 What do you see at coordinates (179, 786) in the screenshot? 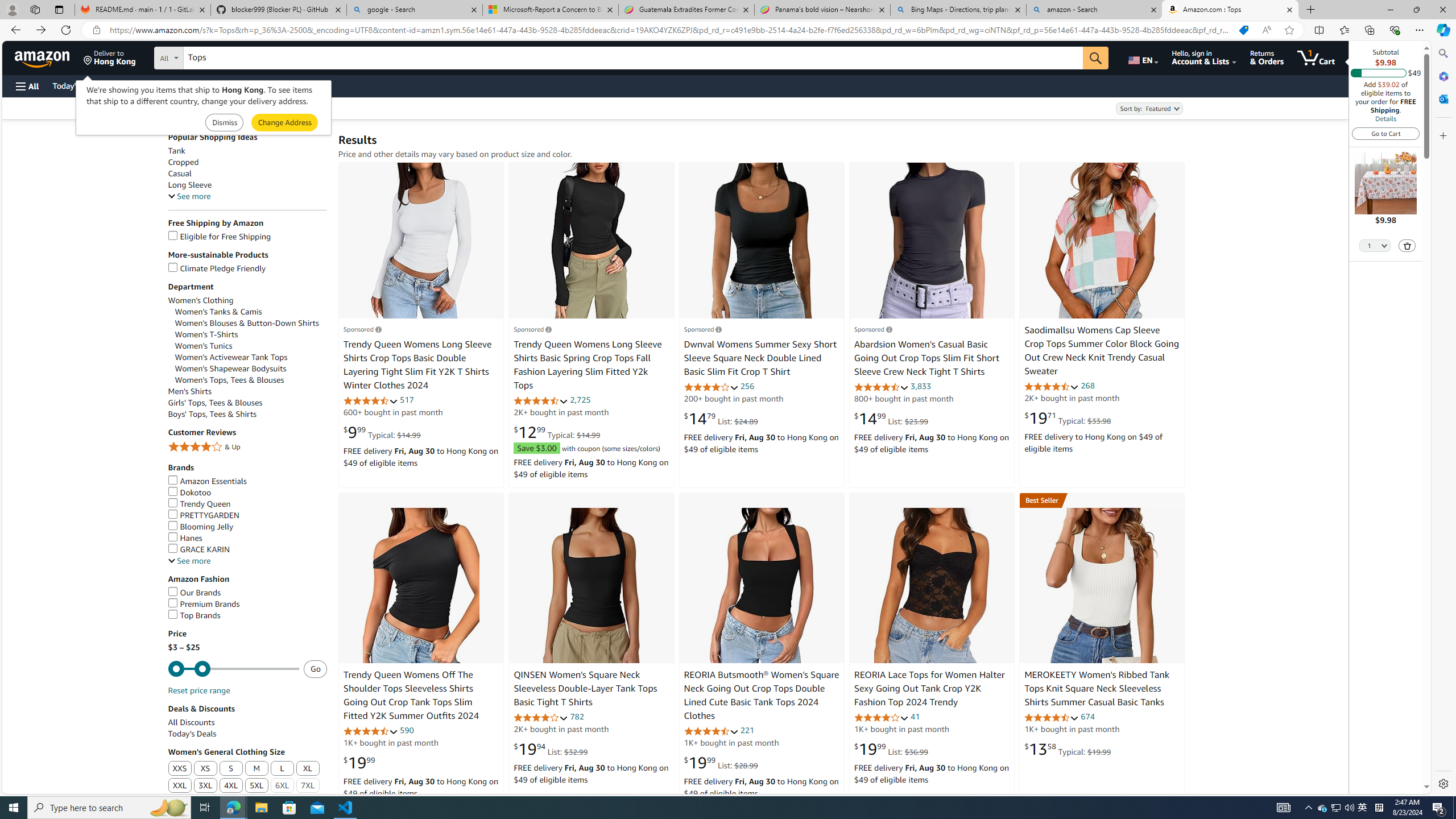
I see `'XXL'` at bounding box center [179, 786].